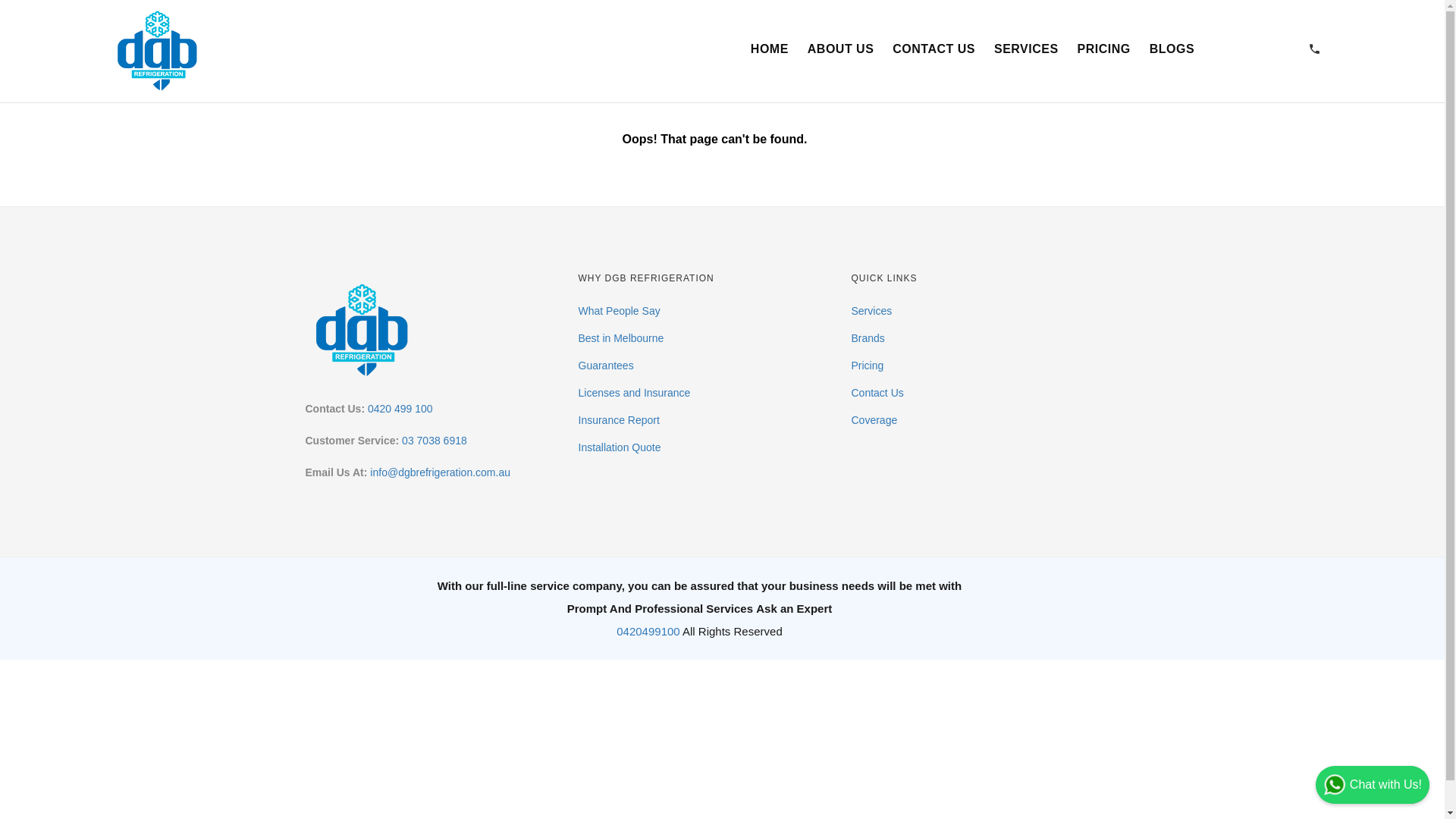 The image size is (1456, 819). What do you see at coordinates (604, 366) in the screenshot?
I see `'Guarantees'` at bounding box center [604, 366].